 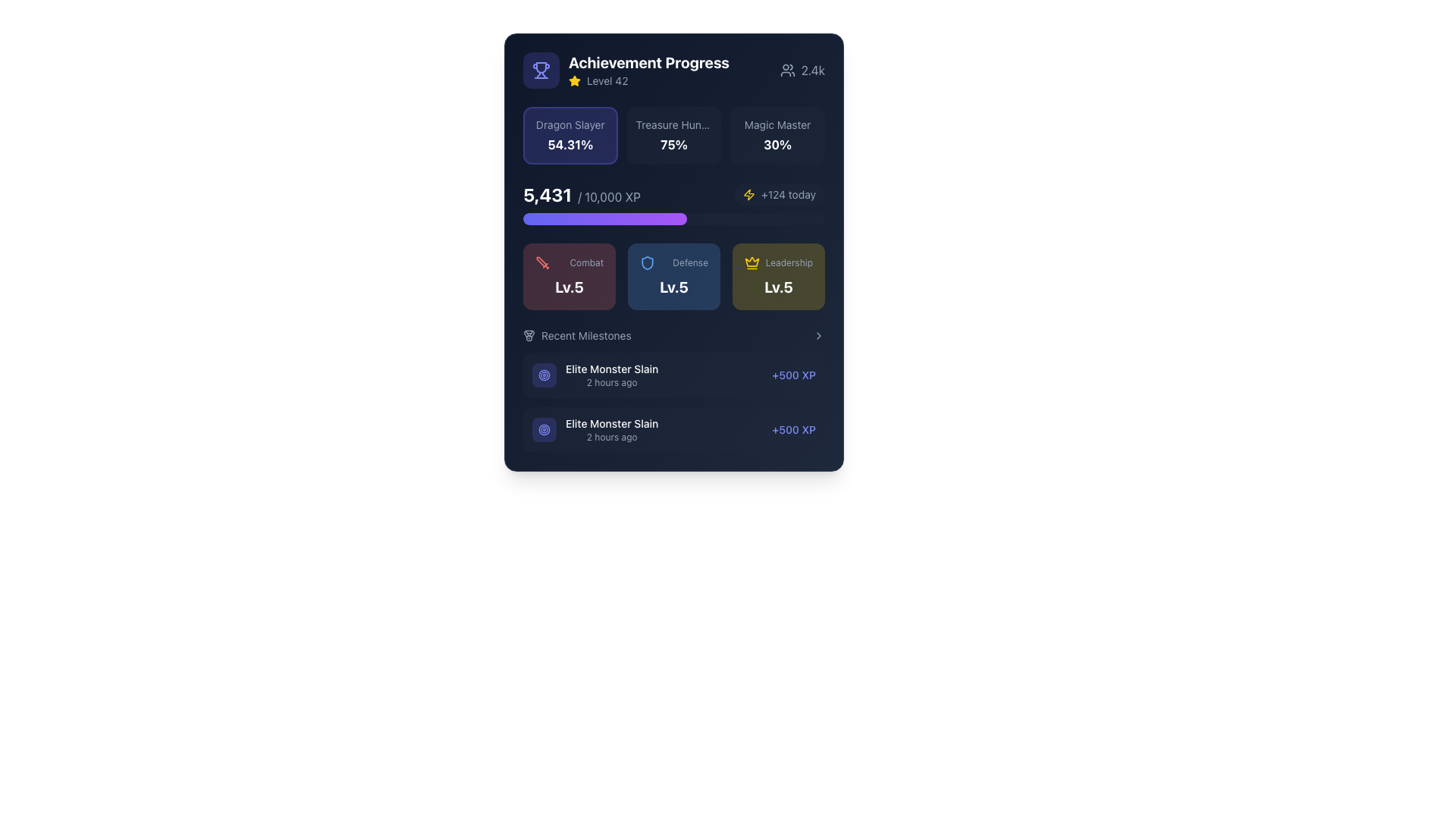 What do you see at coordinates (779, 277) in the screenshot?
I see `the information displayed on the 'Leadership Lv.5' informational card, which is the third card in a row of three within a skill progression system interface` at bounding box center [779, 277].